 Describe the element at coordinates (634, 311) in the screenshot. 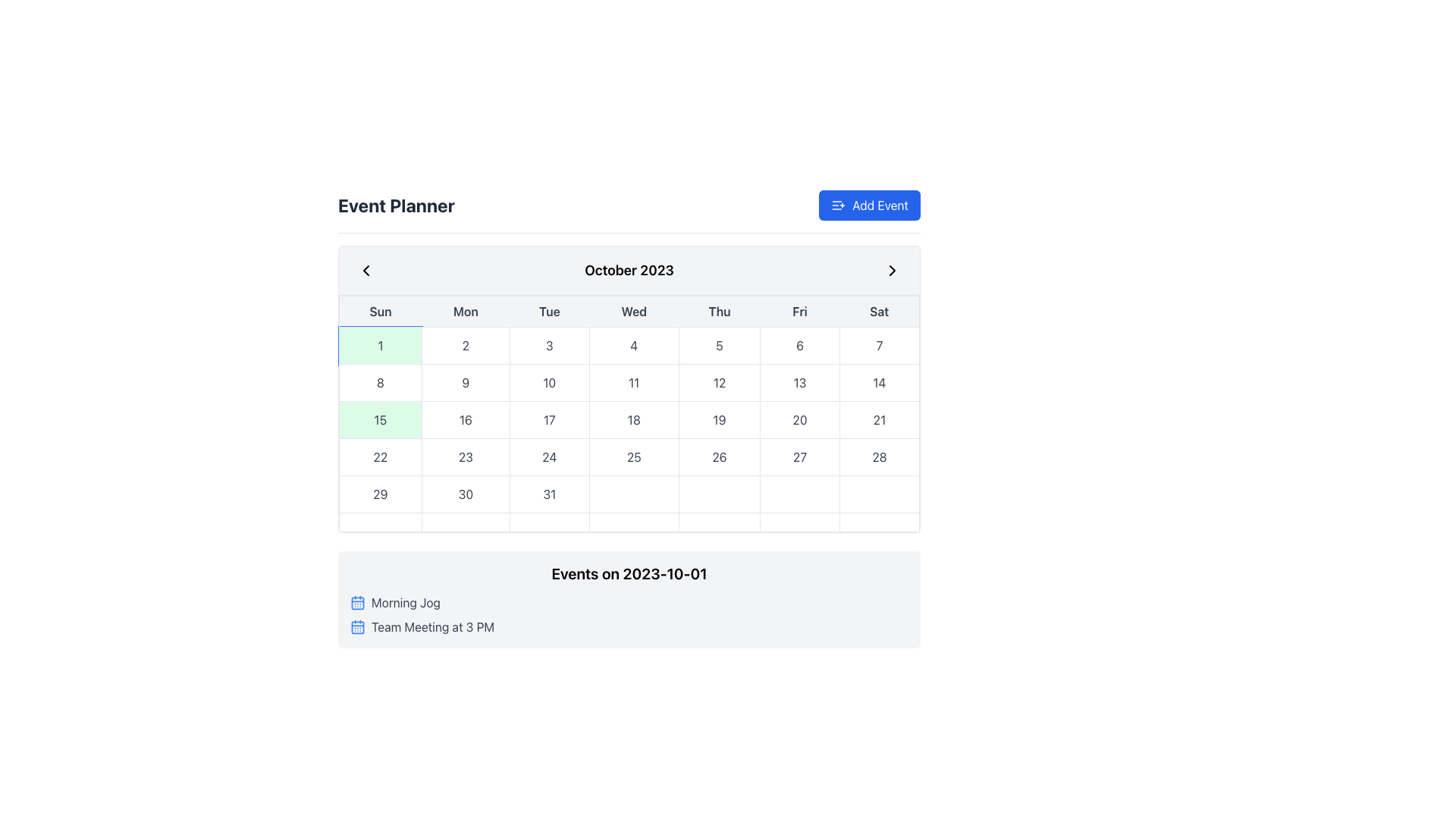

I see `the bold text label representing 'Wed' in the calendar header, which is the fourth item in a sequence of days from 'Sun' to 'Sat'` at that location.